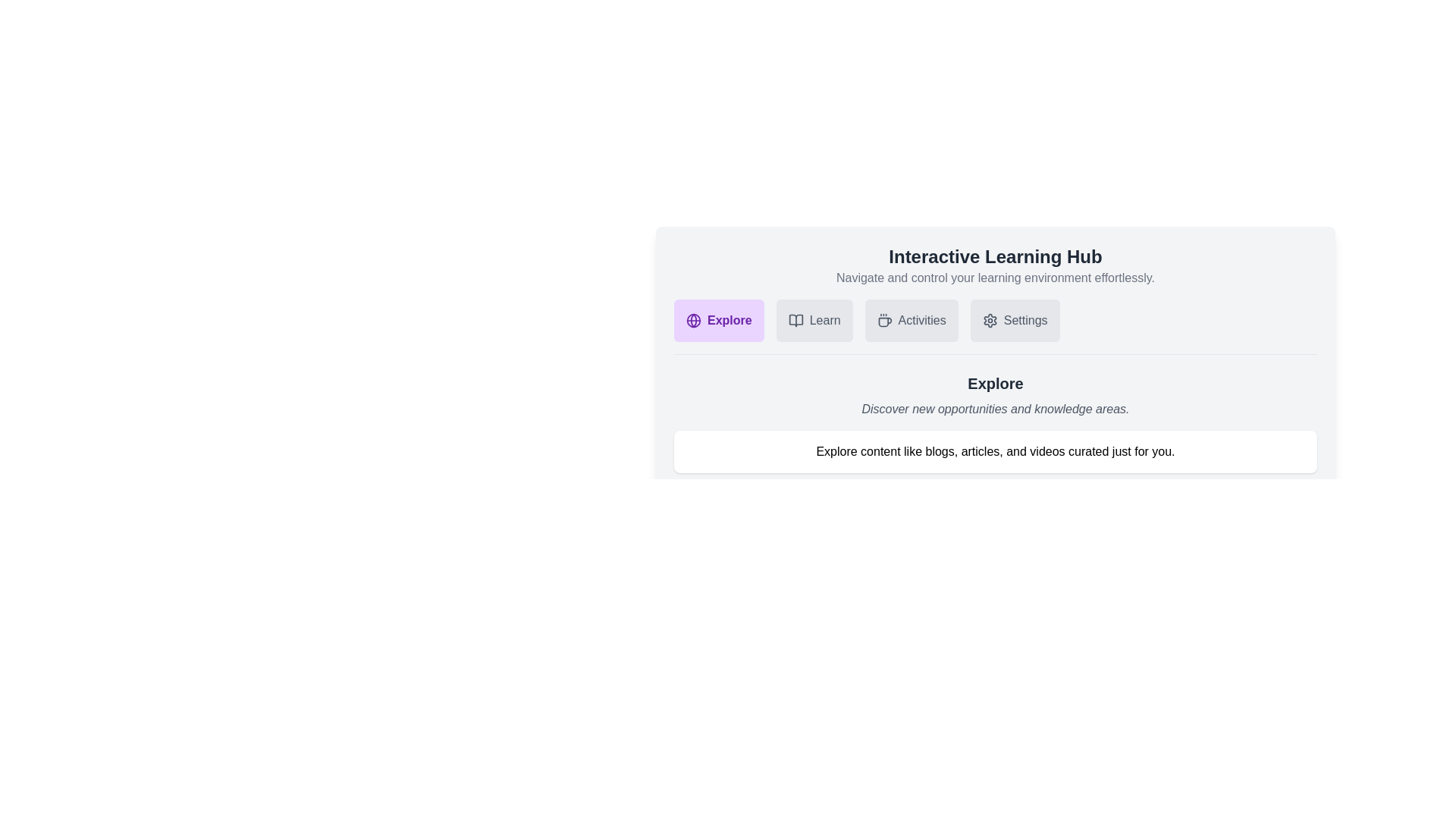 The height and width of the screenshot is (819, 1456). Describe the element at coordinates (884, 322) in the screenshot. I see `the coffee cup icon, which is the third item in a group of four minimalist graphical icons located in the upper-middle section of the interface` at that location.